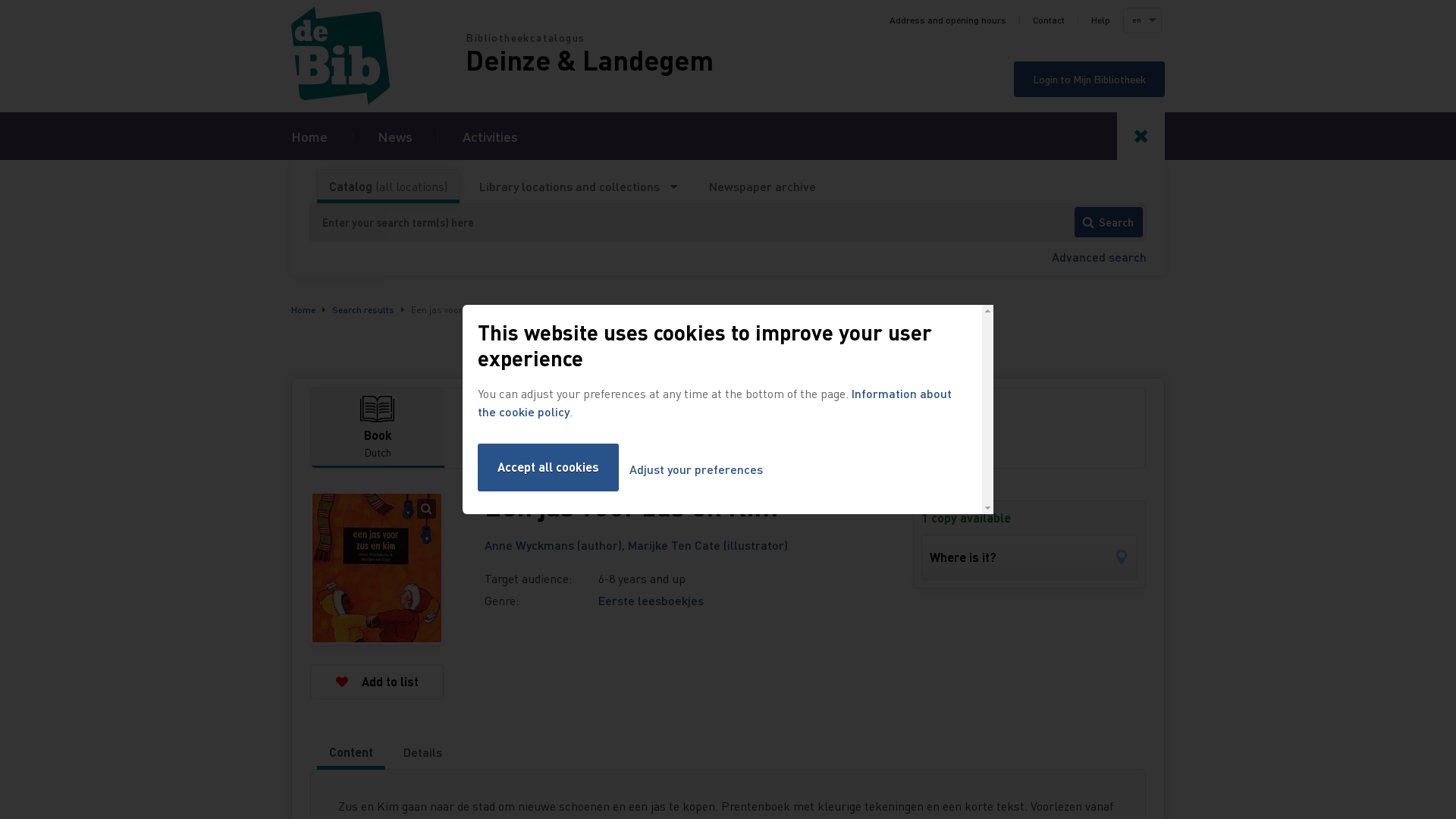 The height and width of the screenshot is (819, 1456). What do you see at coordinates (946, 20) in the screenshot?
I see `'Address and opening hours'` at bounding box center [946, 20].